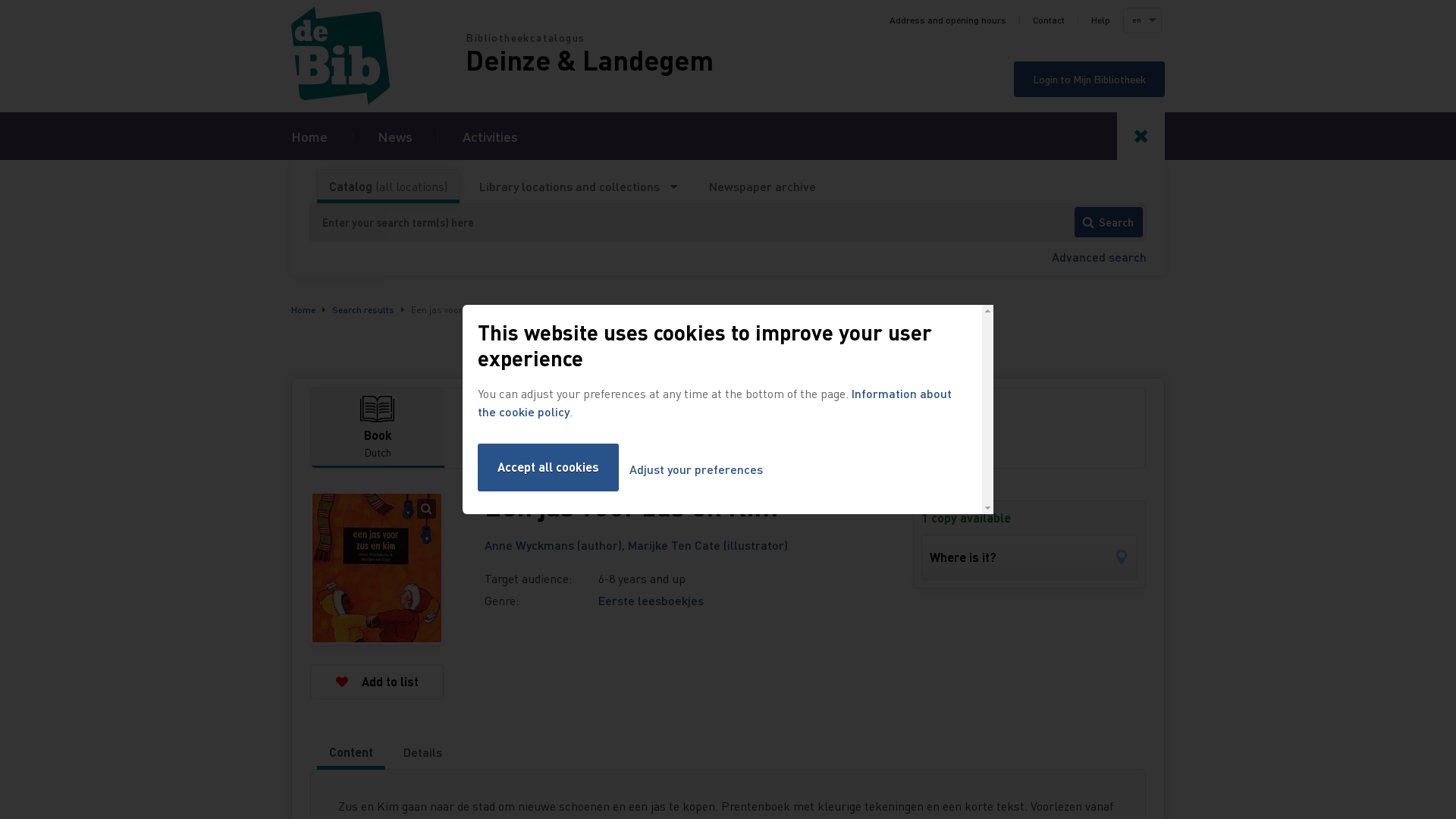 The height and width of the screenshot is (819, 1456). What do you see at coordinates (946, 20) in the screenshot?
I see `'Address and opening hours'` at bounding box center [946, 20].